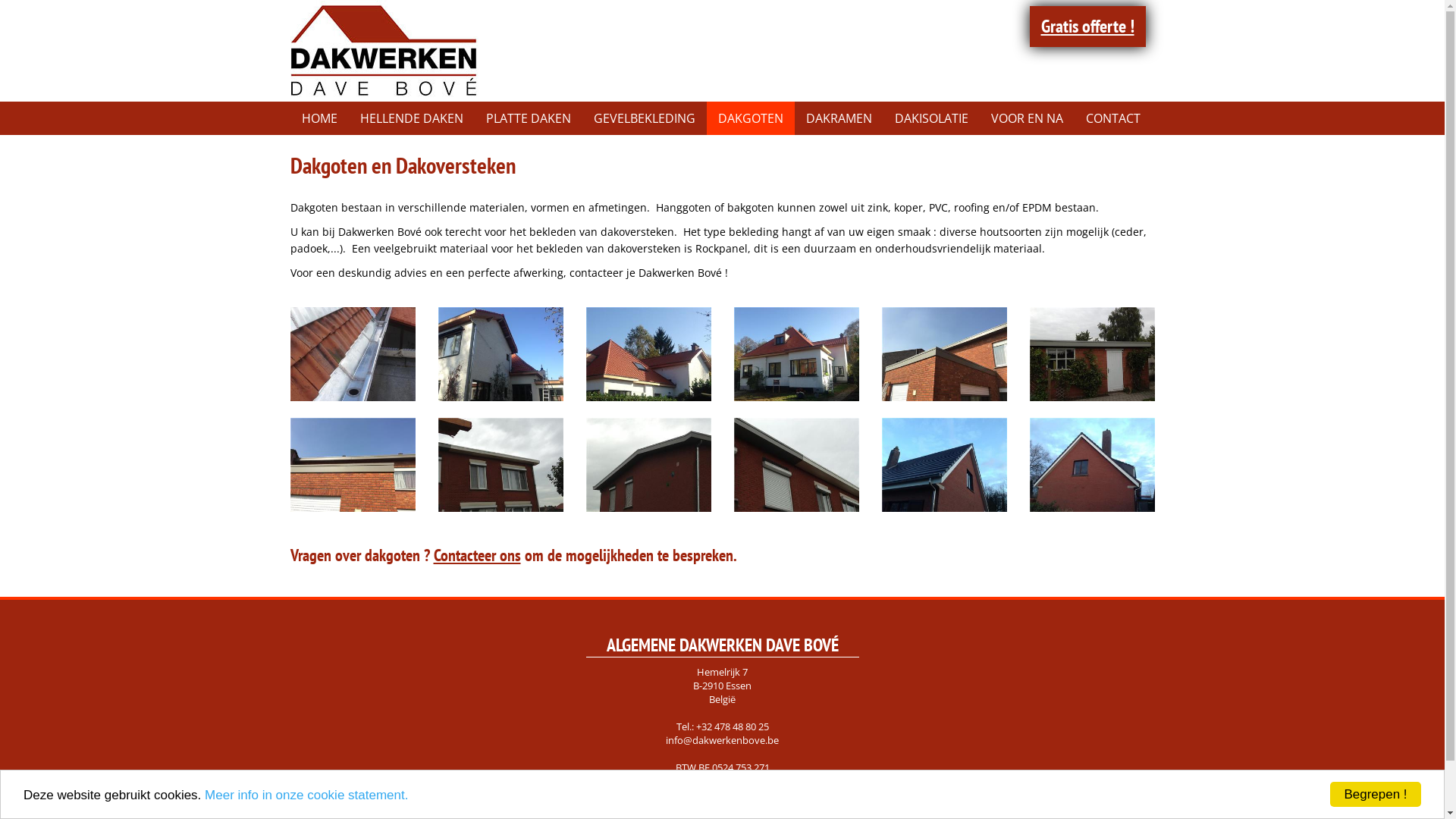  I want to click on 'CONTACT', so click(1112, 117).